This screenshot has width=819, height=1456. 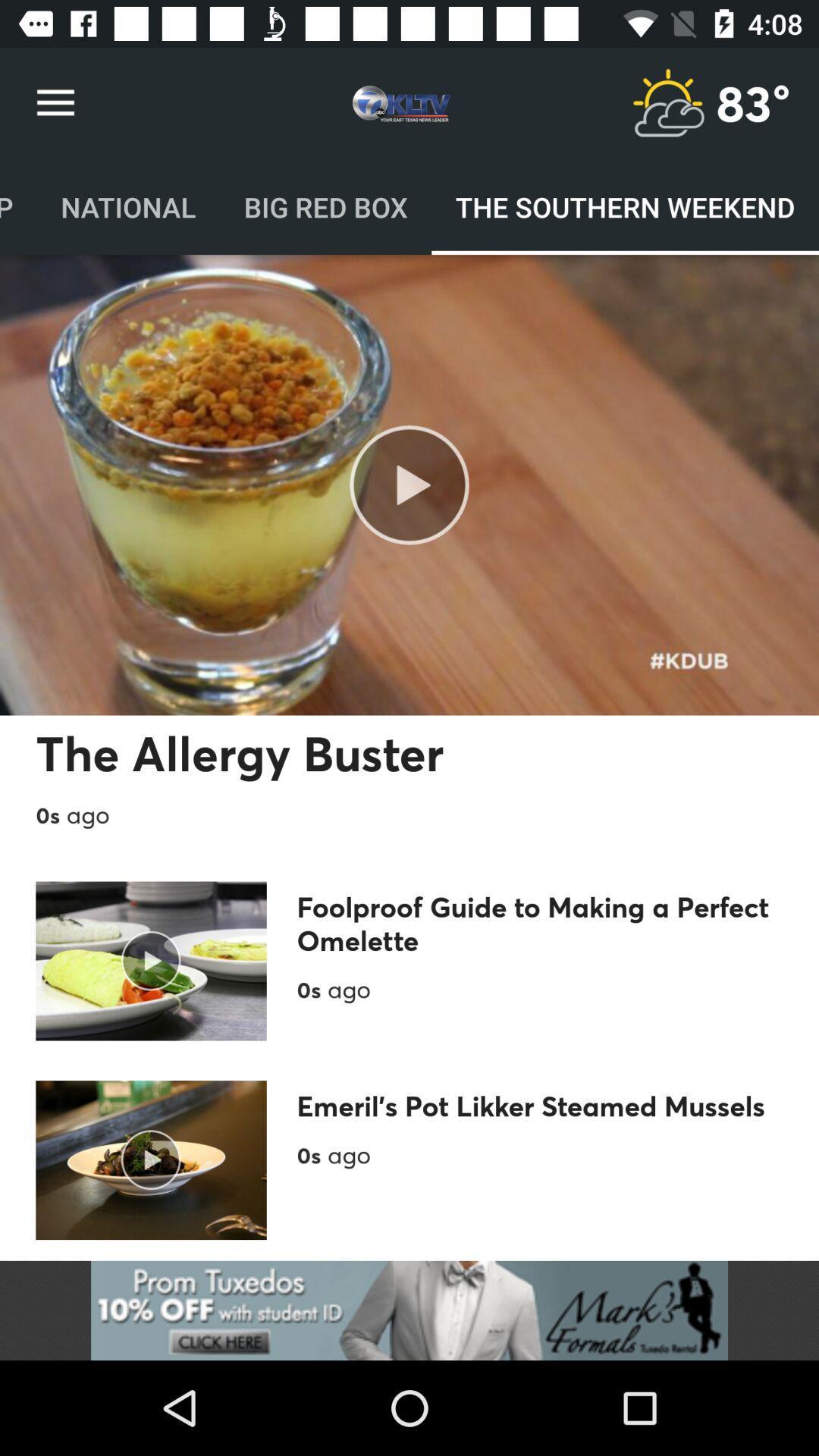 What do you see at coordinates (667, 102) in the screenshot?
I see `check weather` at bounding box center [667, 102].